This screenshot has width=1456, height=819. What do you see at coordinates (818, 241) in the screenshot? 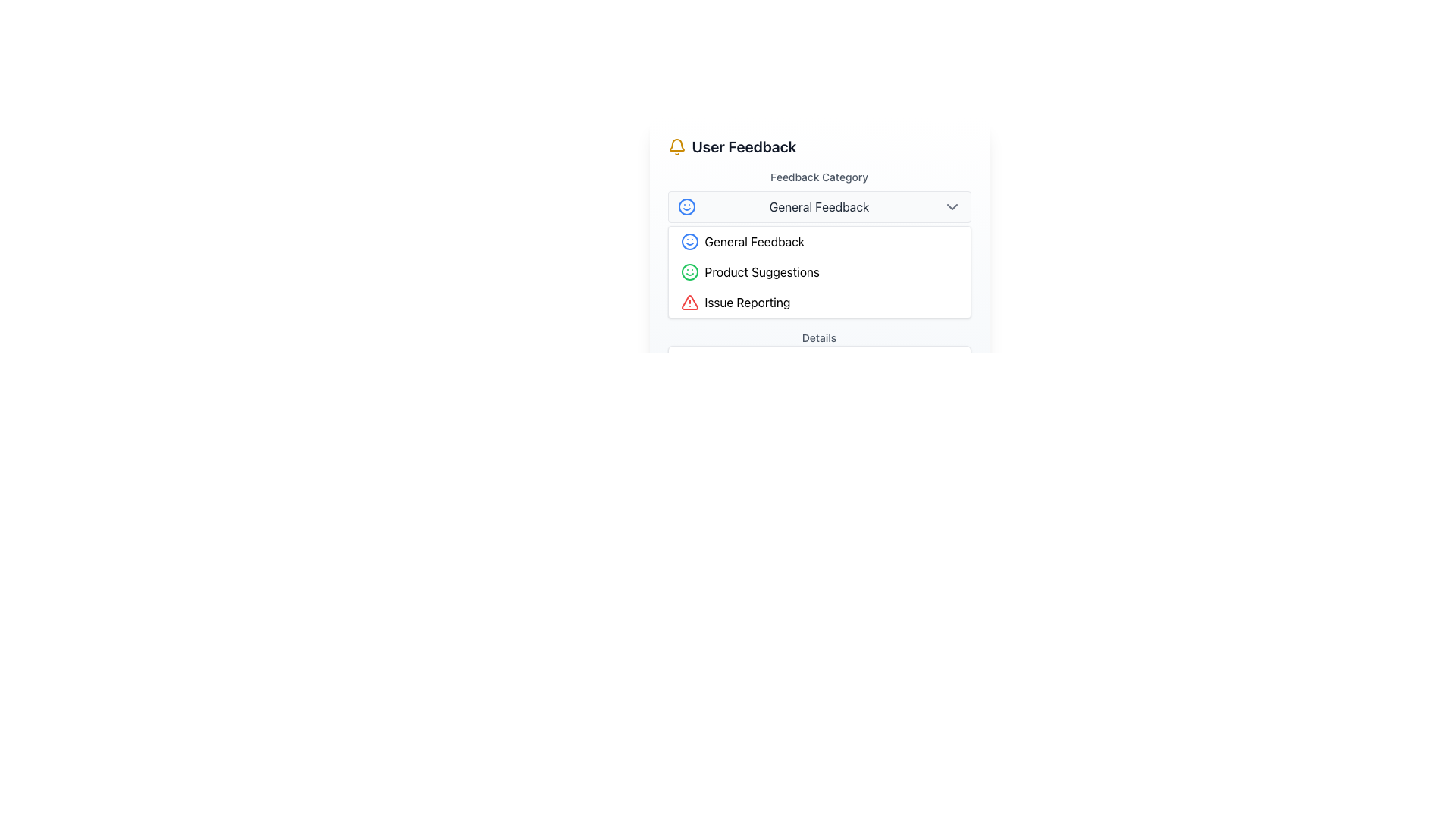
I see `the 'General Feedback' button` at bounding box center [818, 241].